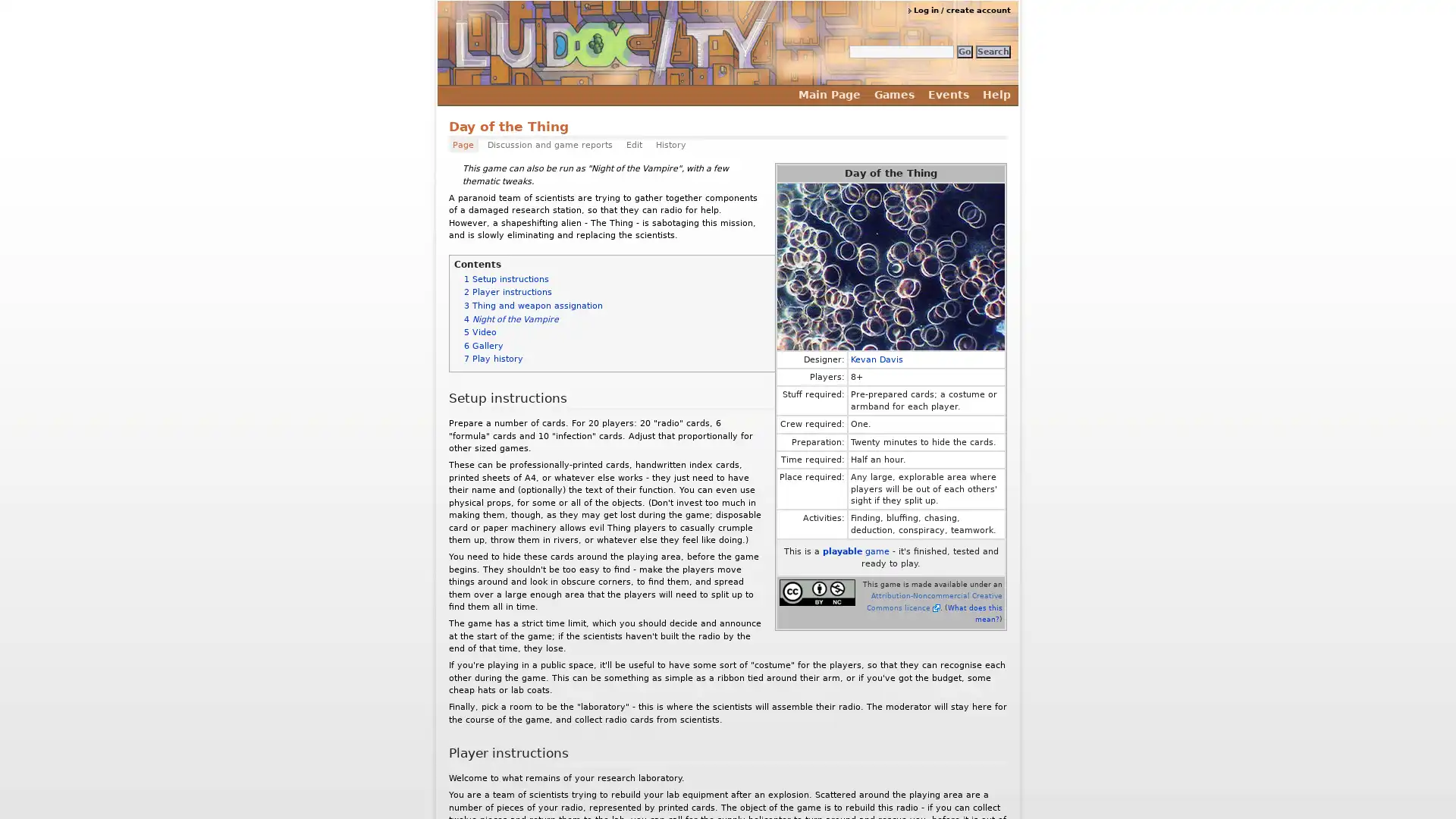 This screenshot has height=819, width=1456. What do you see at coordinates (993, 51) in the screenshot?
I see `Search` at bounding box center [993, 51].